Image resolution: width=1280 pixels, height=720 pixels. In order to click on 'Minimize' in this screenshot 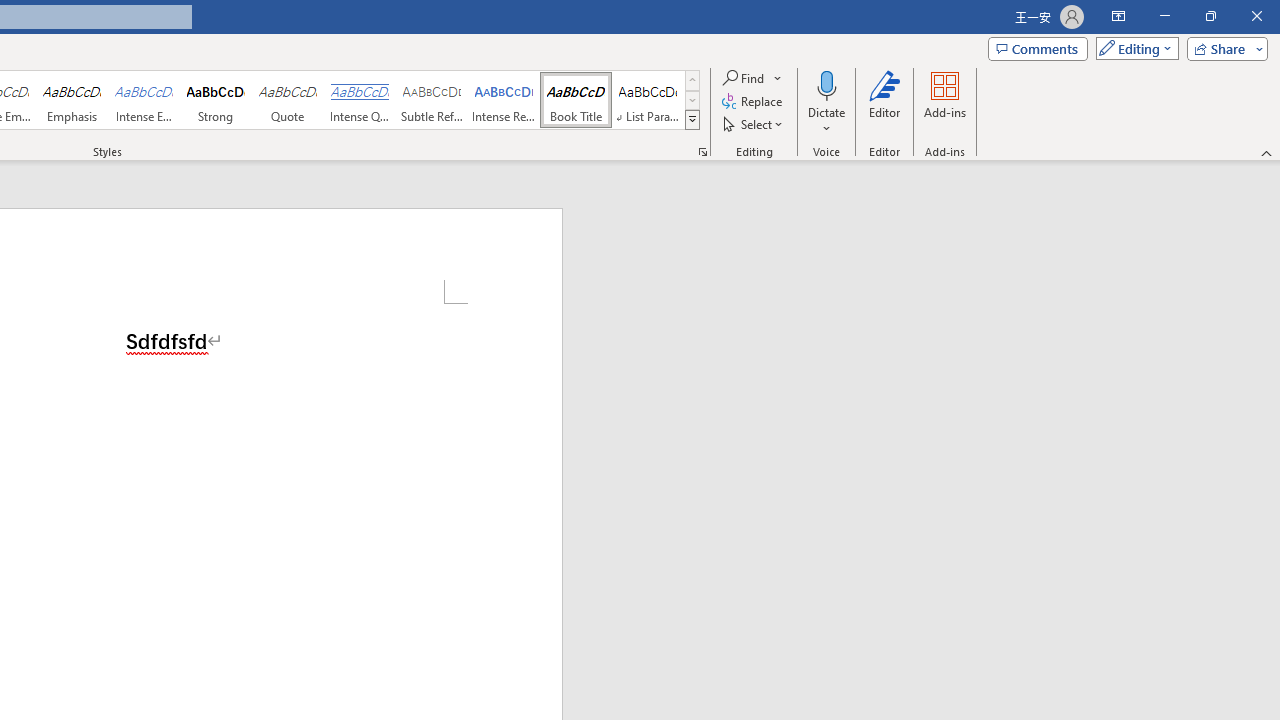, I will do `click(1164, 16)`.